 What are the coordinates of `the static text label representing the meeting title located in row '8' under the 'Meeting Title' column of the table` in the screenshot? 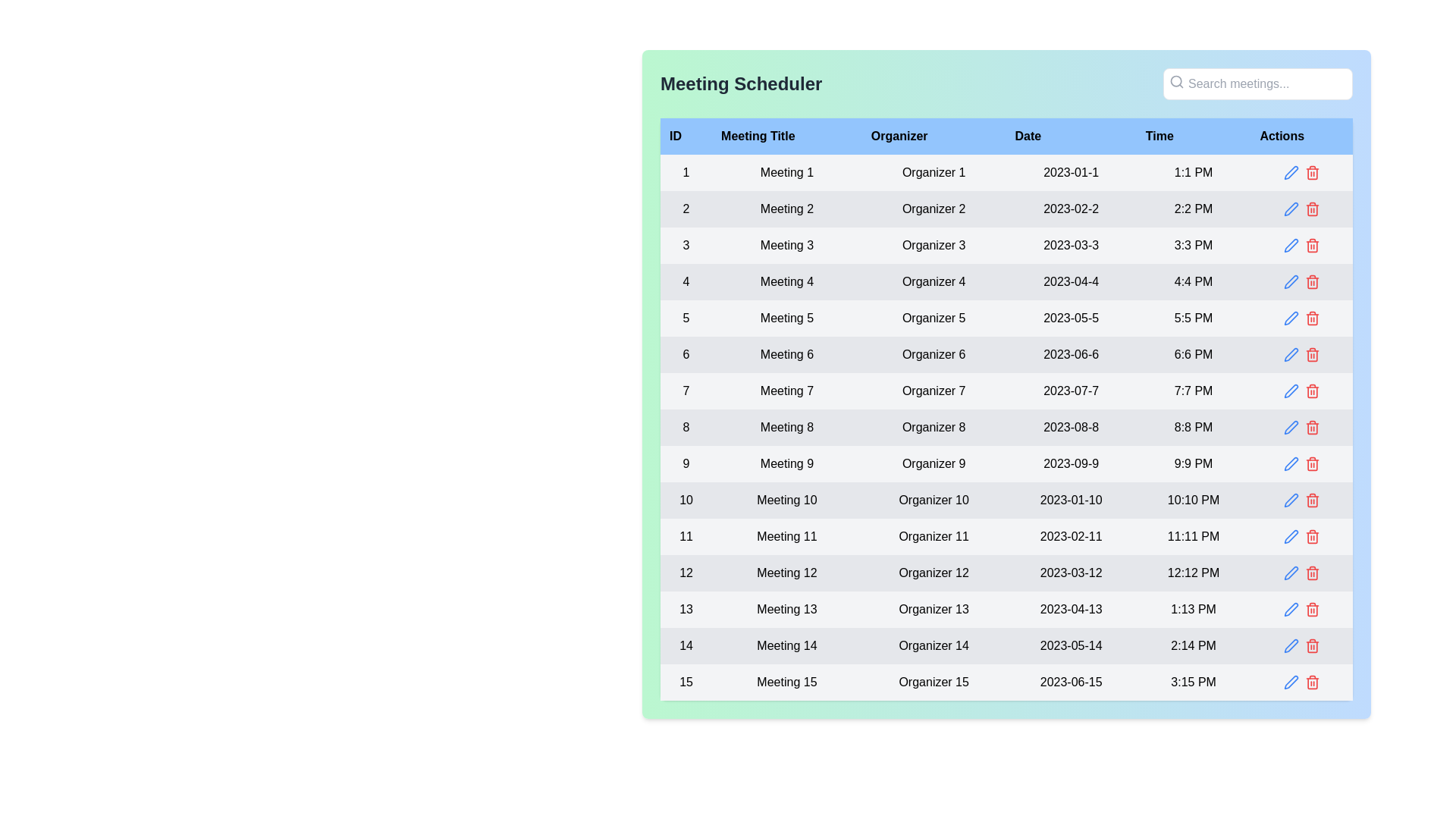 It's located at (786, 427).